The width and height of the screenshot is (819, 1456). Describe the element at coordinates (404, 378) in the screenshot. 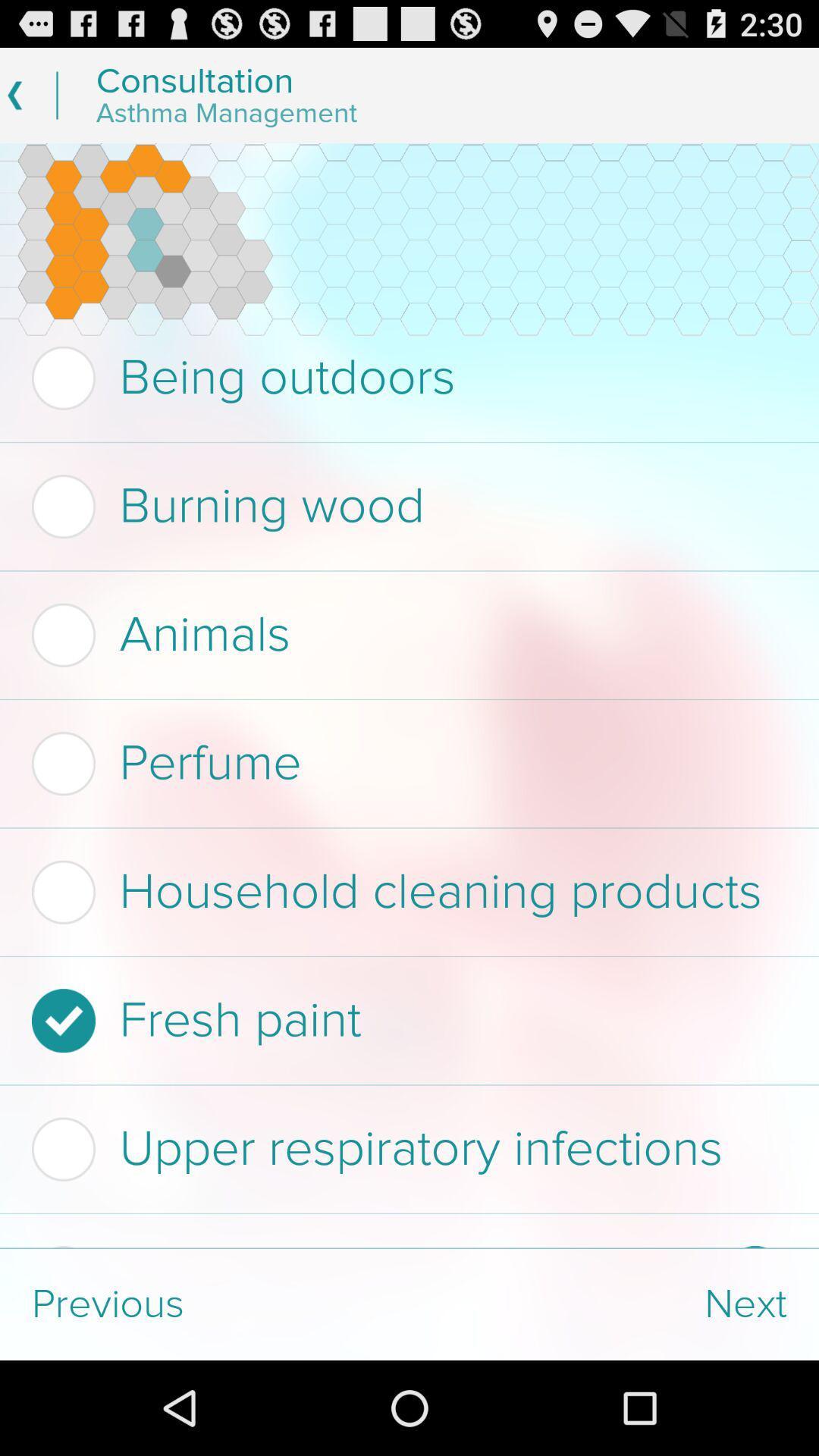

I see `being outdoors` at that location.